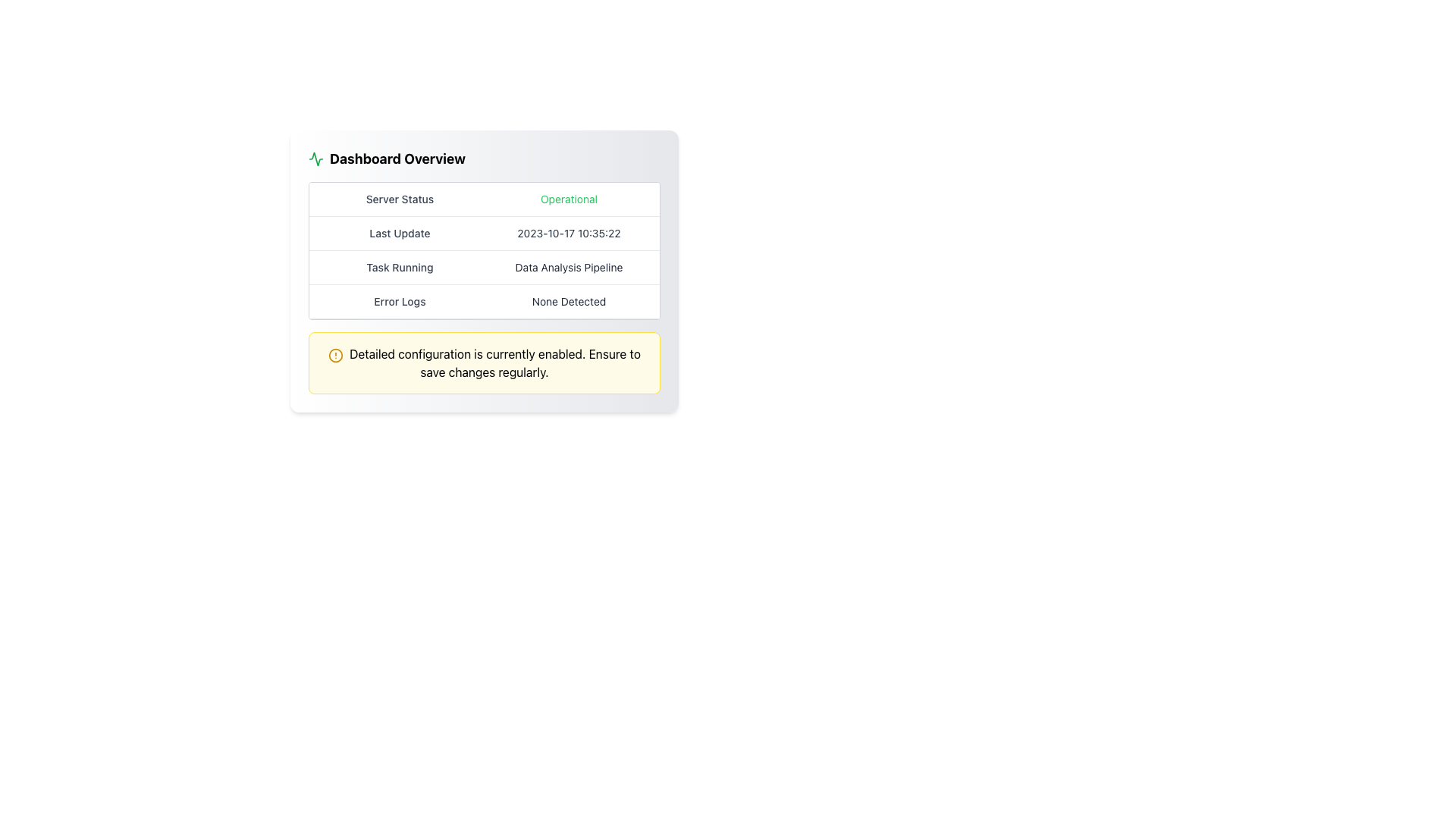  I want to click on the Circle graphic component located at the lower section of the notification box, which serves as a visual indicator for status or alert, so click(334, 355).